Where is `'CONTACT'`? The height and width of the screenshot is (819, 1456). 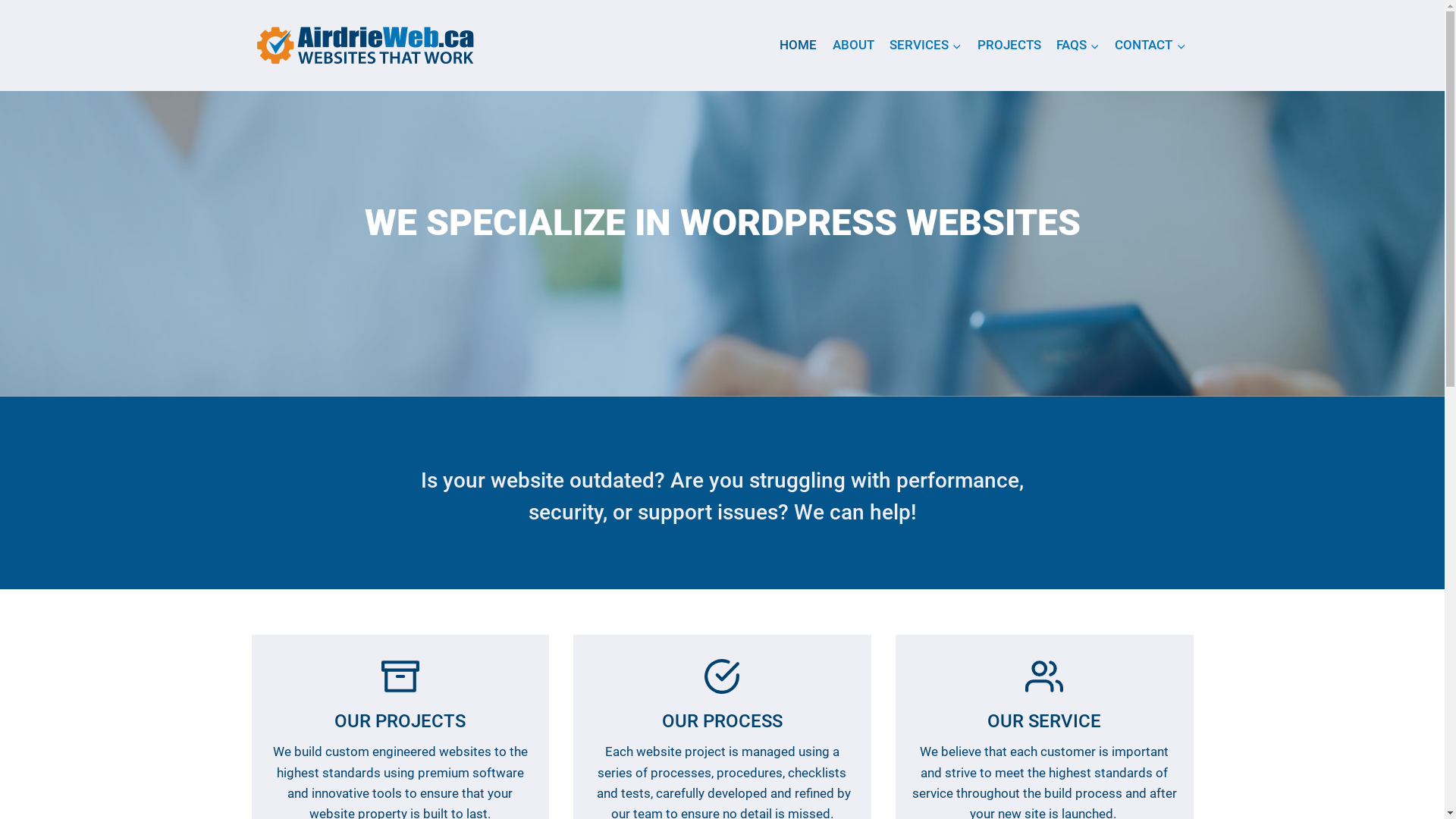 'CONTACT' is located at coordinates (1150, 45).